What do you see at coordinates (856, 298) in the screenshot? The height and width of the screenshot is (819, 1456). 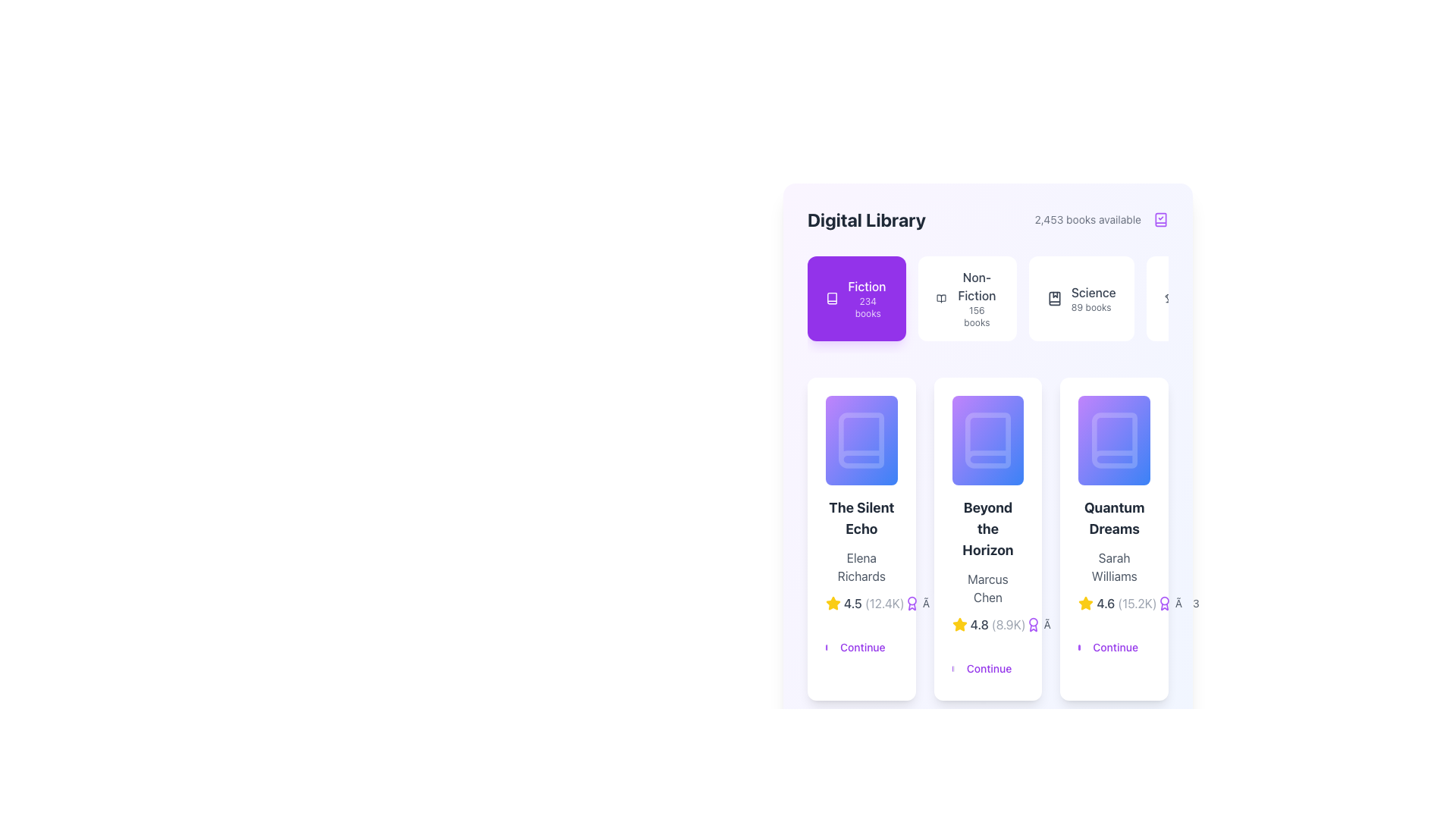 I see `the 'Fiction' category selector button located under the 'Digital Library' heading` at bounding box center [856, 298].